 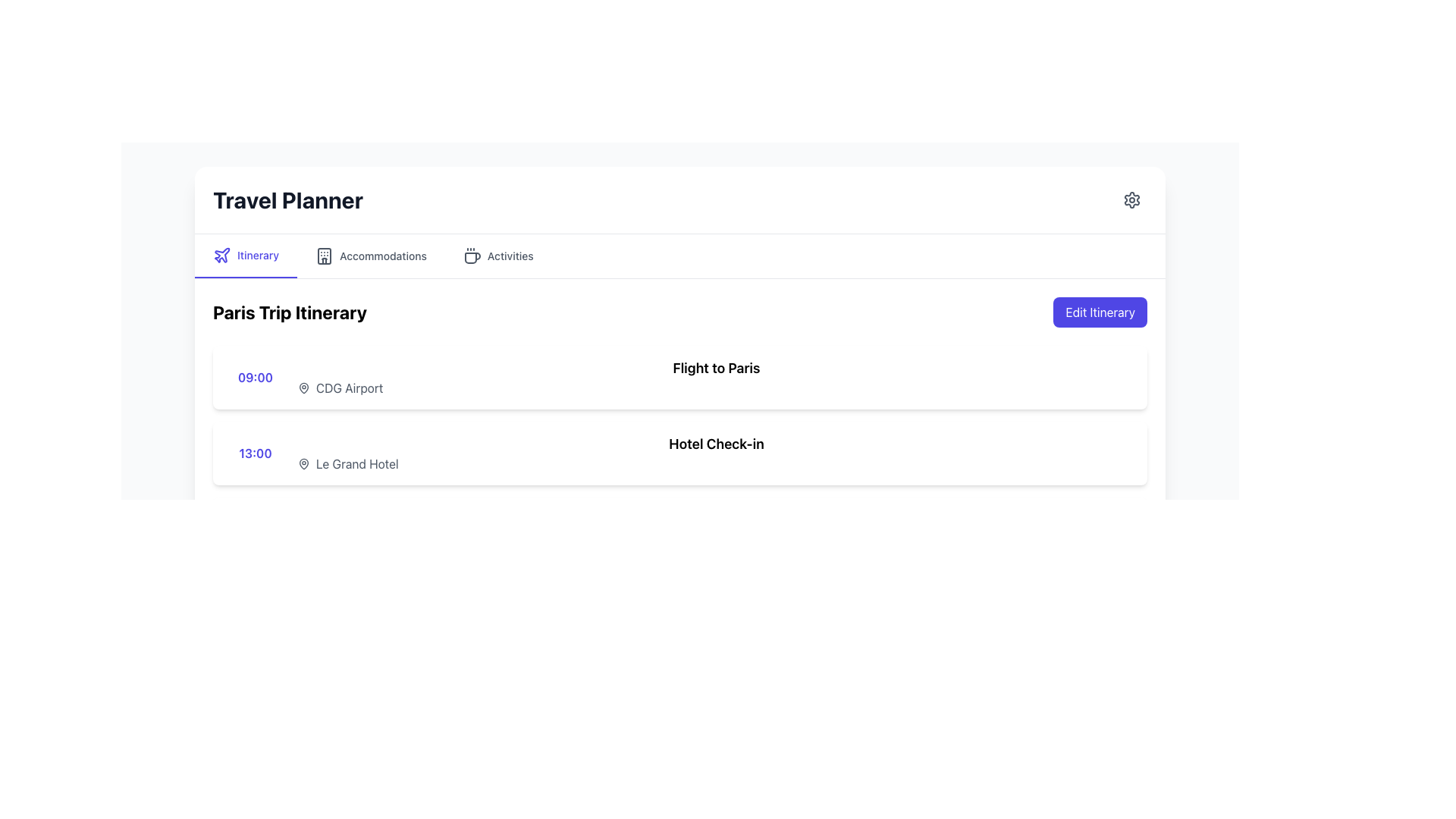 I want to click on static text label displaying the time '13:00', which is styled in bold indigo color and positioned at the start of the Hotel Check-in event section under the Paris Trip Itinerary, so click(x=255, y=452).